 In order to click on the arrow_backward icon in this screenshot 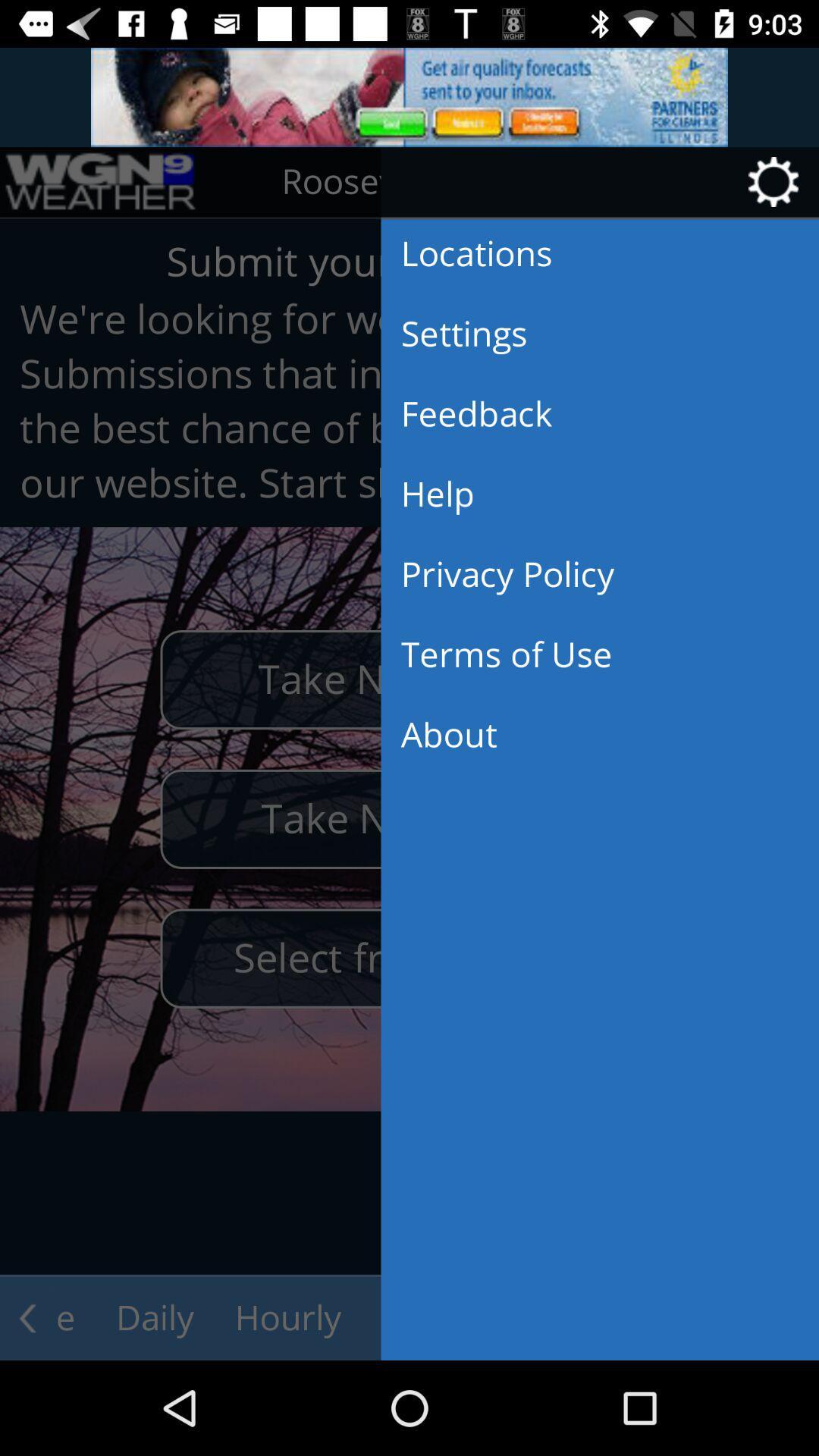, I will do `click(27, 1317)`.